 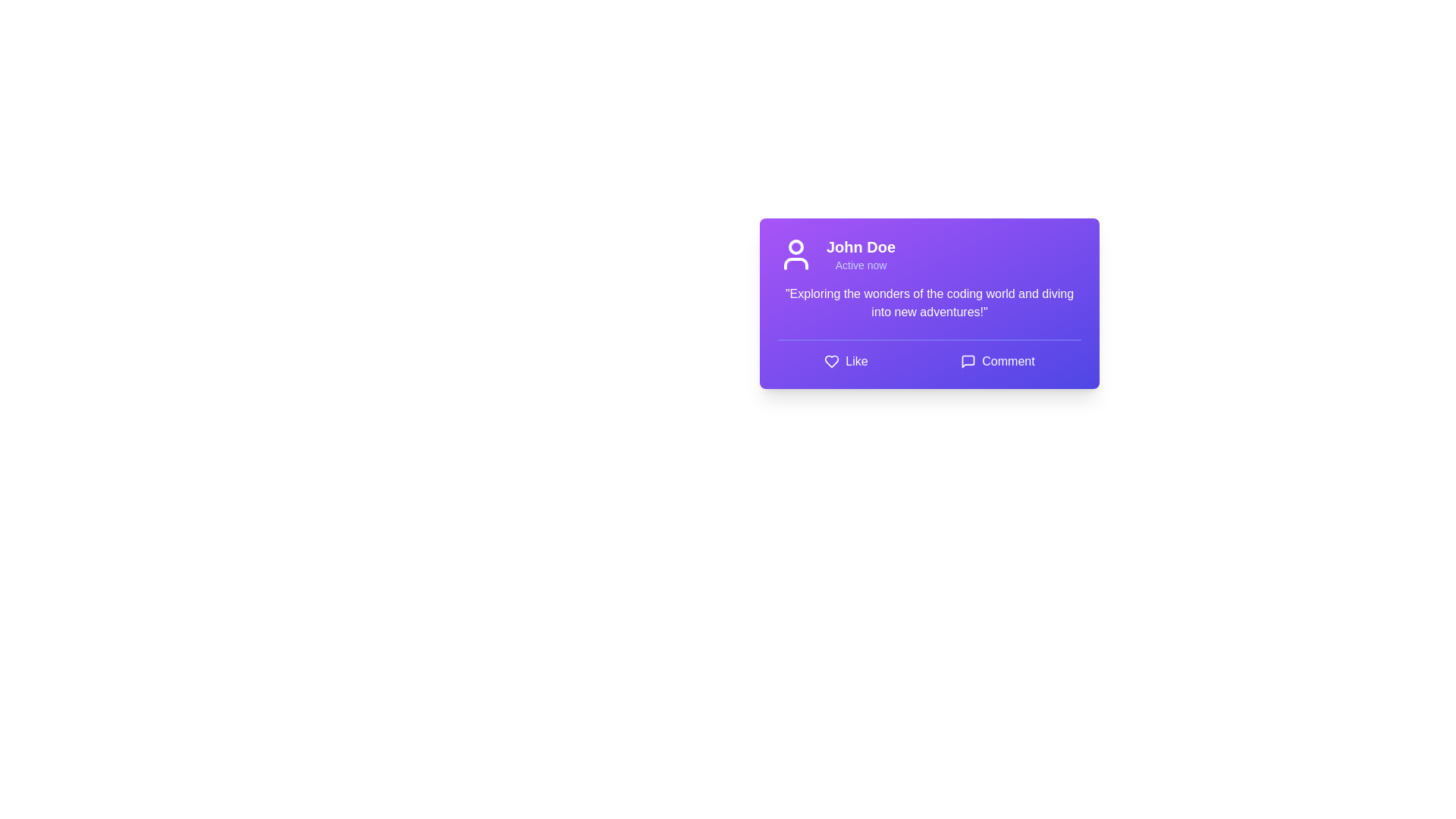 I want to click on status information from the text label that reads 'Active now', which is displayed in a small font size on a dark purple background, positioned below 'John Doe', so click(x=861, y=265).